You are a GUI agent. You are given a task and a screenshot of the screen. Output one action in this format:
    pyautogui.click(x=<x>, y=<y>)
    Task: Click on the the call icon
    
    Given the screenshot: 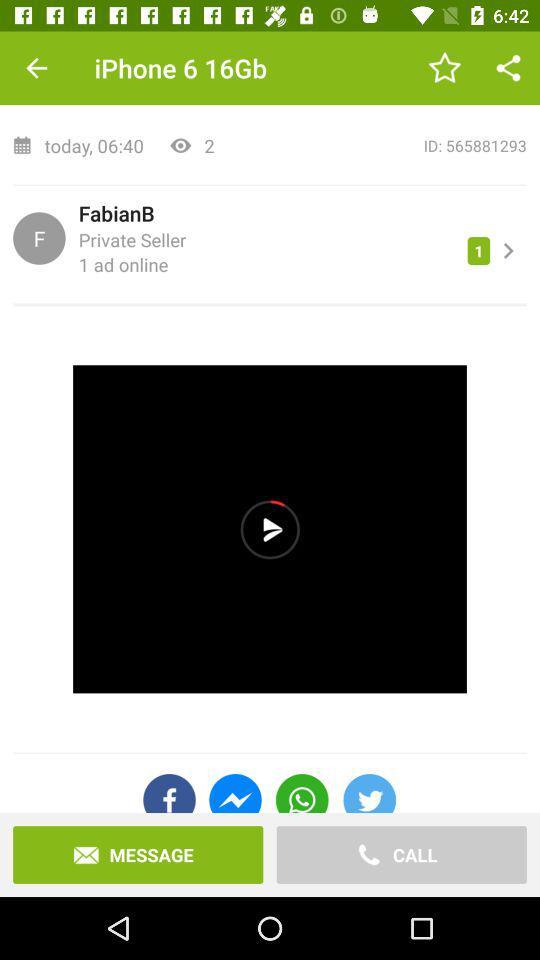 What is the action you would take?
    pyautogui.click(x=301, y=793)
    